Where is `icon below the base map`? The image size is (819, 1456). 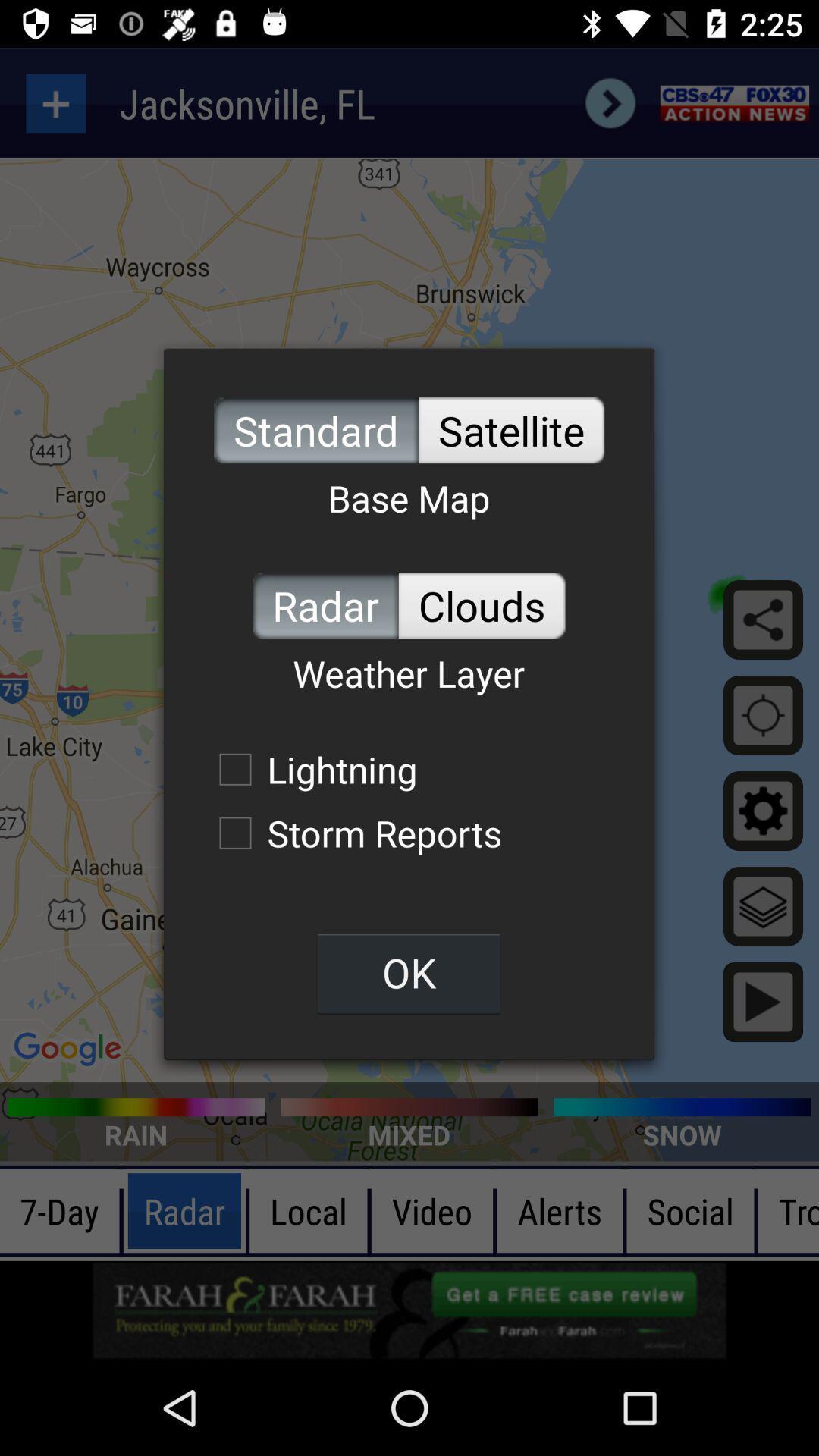 icon below the base map is located at coordinates (325, 604).